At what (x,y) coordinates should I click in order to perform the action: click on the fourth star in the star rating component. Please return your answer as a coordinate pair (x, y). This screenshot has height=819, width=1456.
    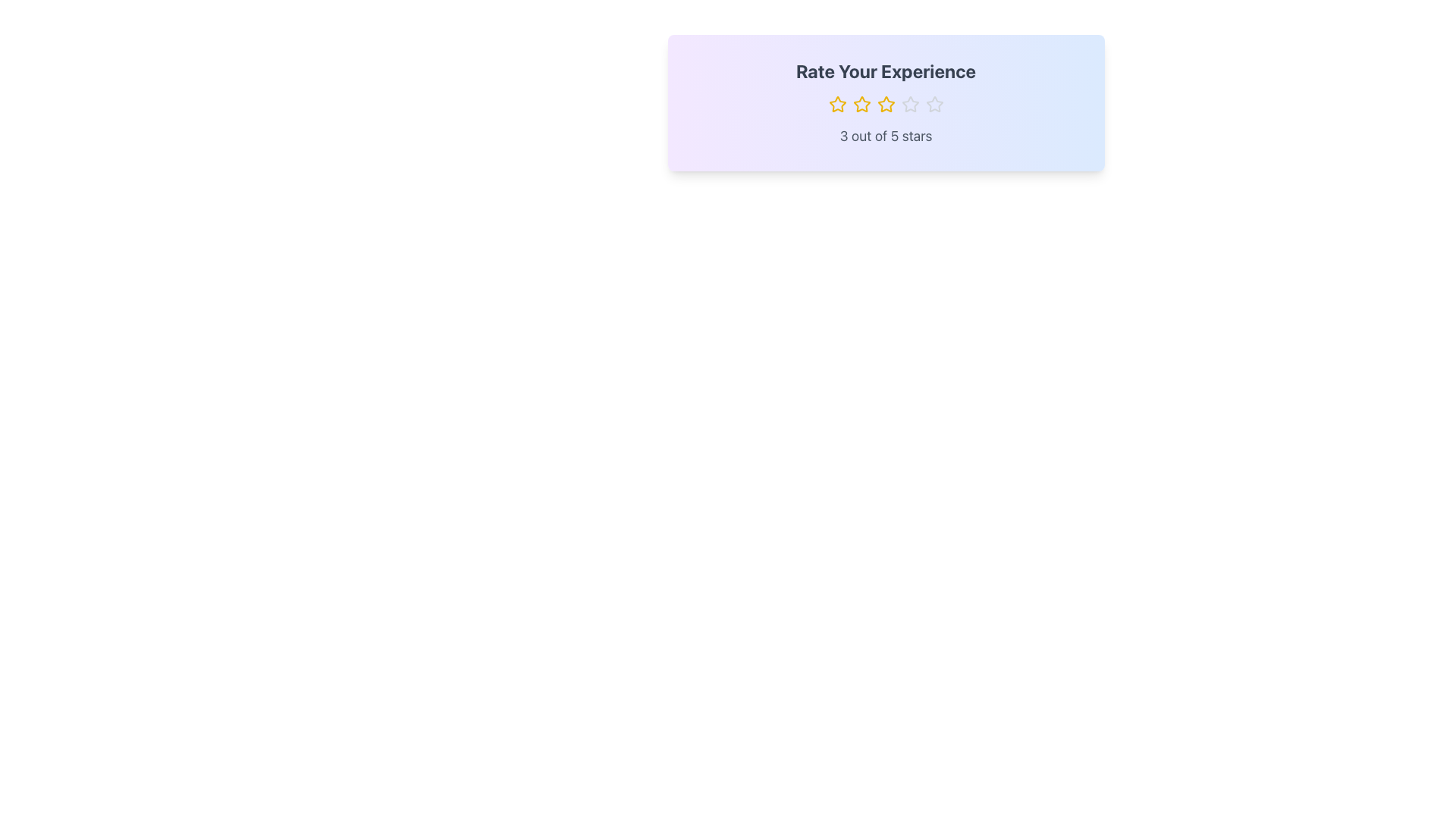
    Looking at the image, I should click on (910, 103).